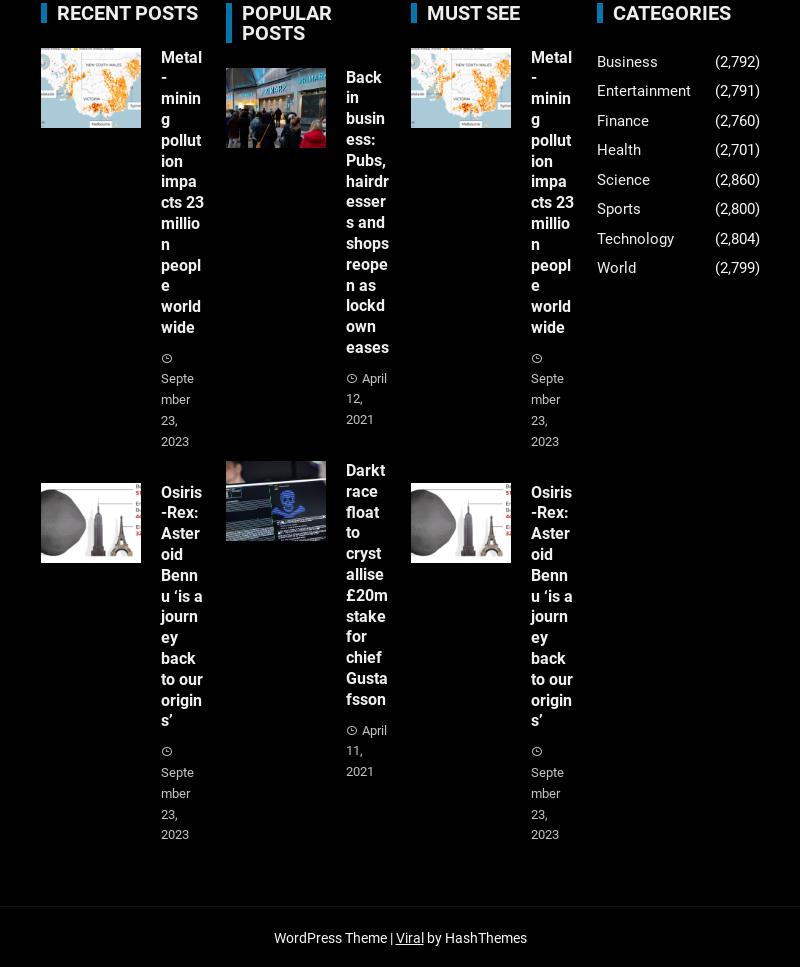  I want to click on 'Recent Posts', so click(125, 11).